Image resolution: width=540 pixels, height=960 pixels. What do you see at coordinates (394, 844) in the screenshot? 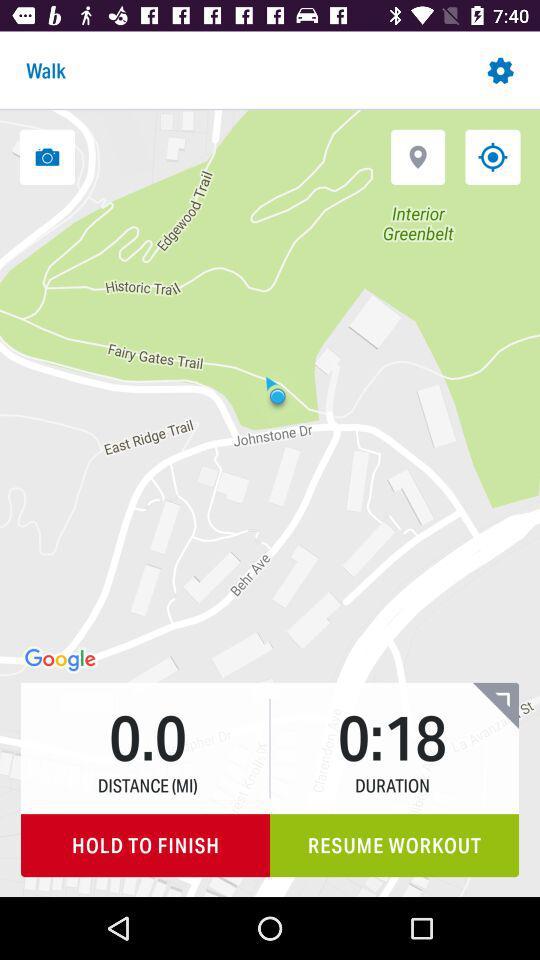
I see `resume workout` at bounding box center [394, 844].